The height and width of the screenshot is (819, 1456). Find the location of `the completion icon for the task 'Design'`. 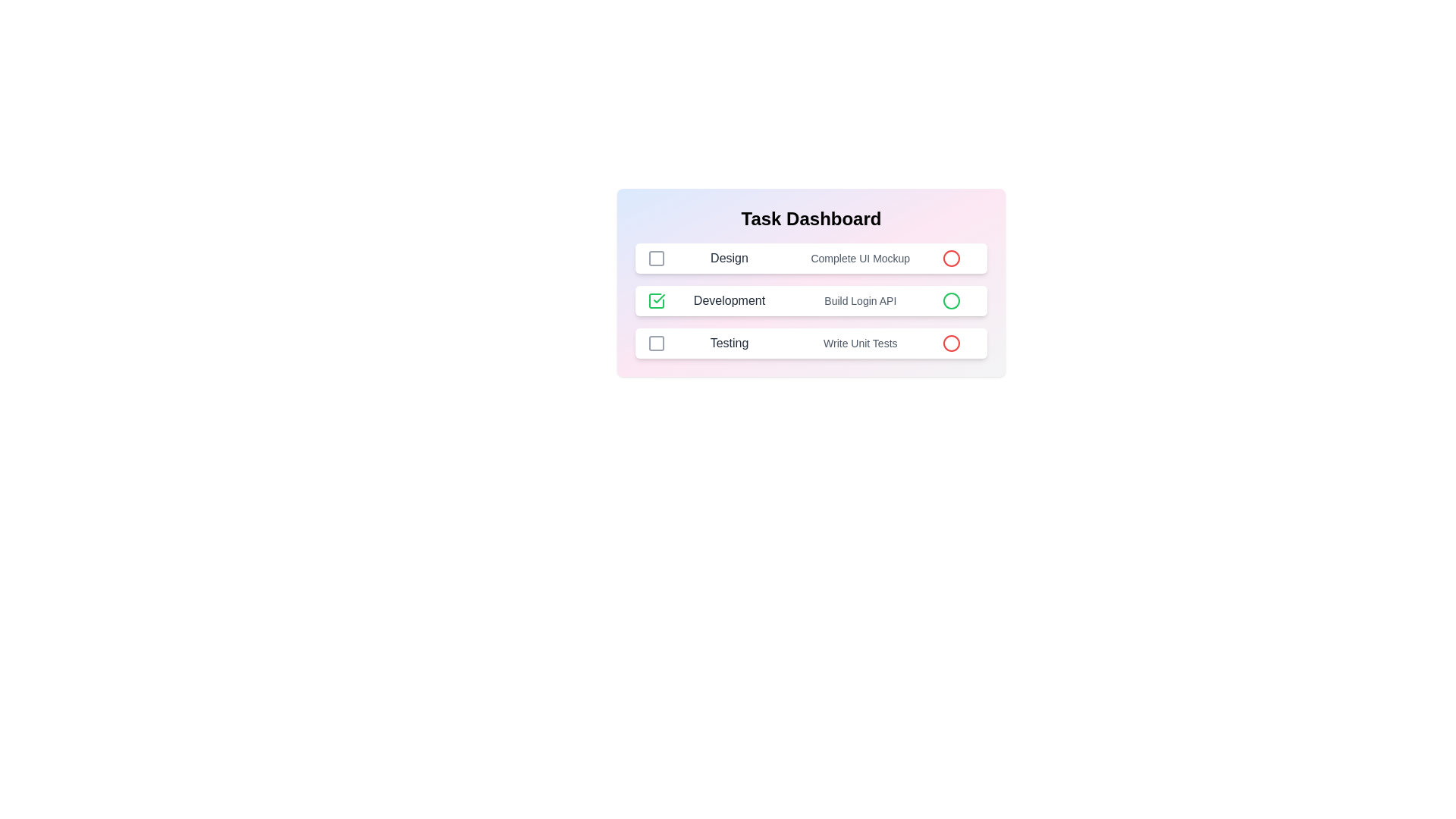

the completion icon for the task 'Design' is located at coordinates (656, 257).